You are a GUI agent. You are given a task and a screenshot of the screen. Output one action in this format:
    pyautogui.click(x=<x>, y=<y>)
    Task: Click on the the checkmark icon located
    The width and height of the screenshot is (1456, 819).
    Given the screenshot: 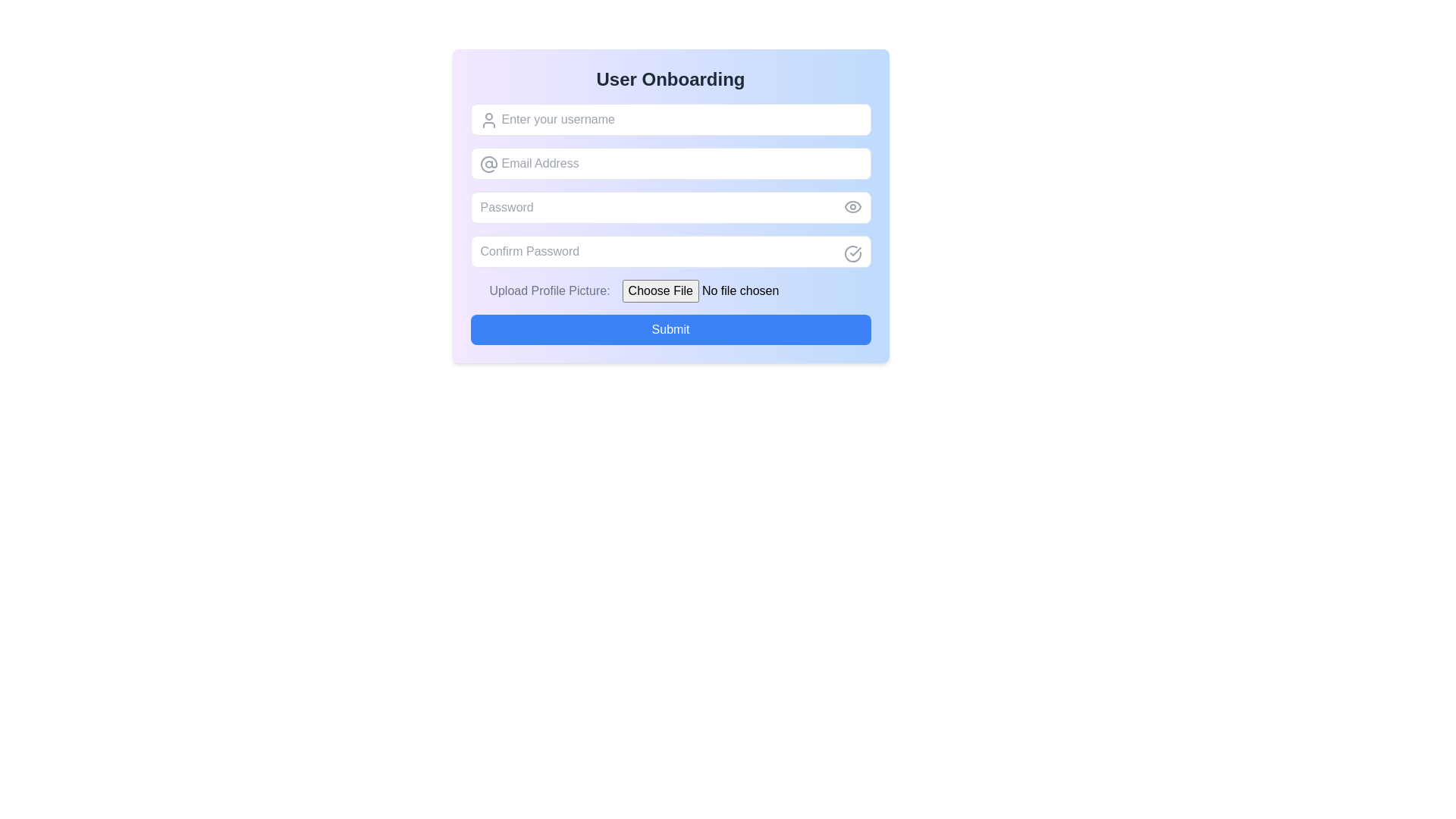 What is the action you would take?
    pyautogui.click(x=855, y=250)
    